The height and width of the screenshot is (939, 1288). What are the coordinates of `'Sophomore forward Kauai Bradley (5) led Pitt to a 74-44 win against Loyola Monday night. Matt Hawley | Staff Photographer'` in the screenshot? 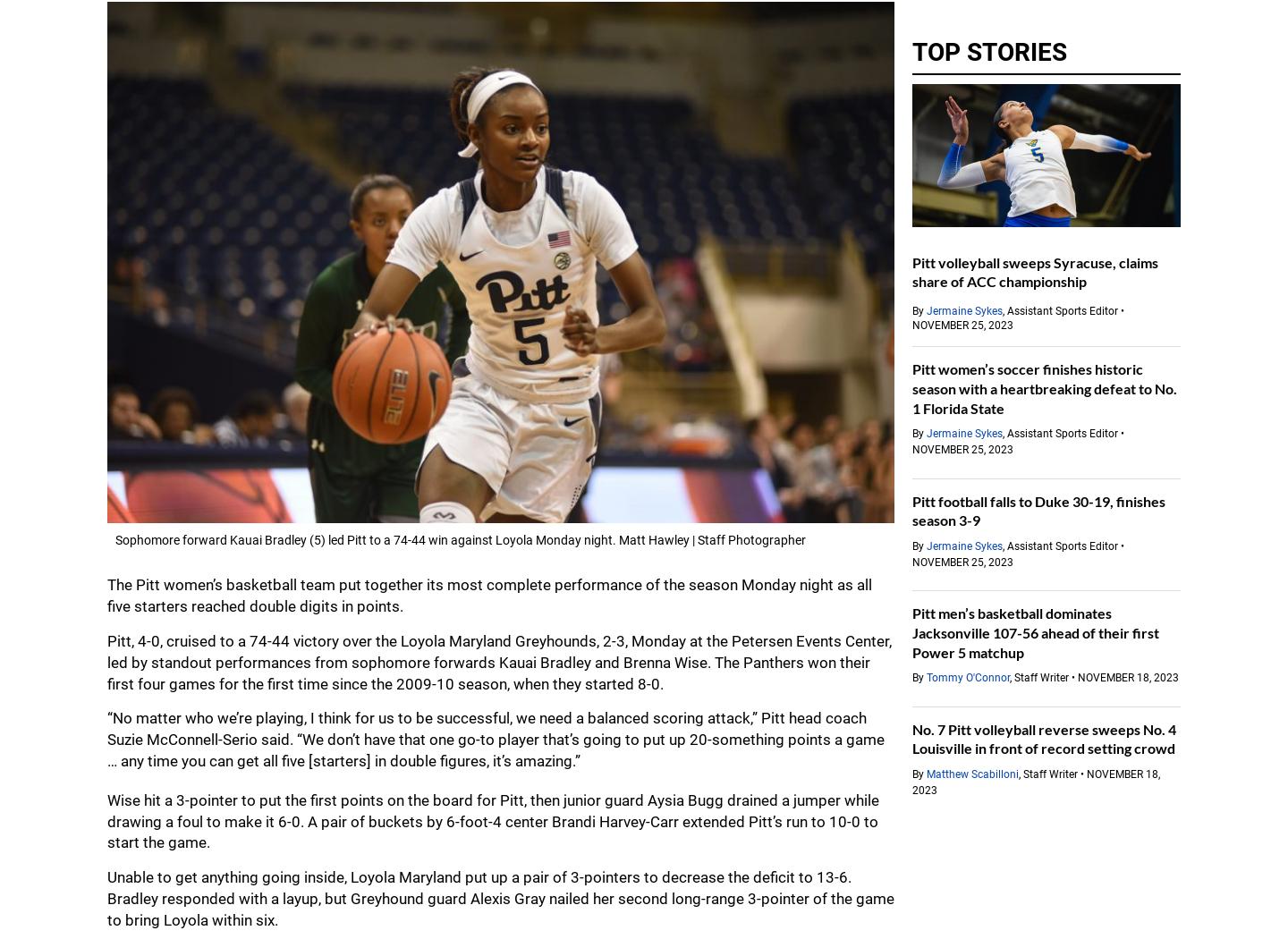 It's located at (459, 539).